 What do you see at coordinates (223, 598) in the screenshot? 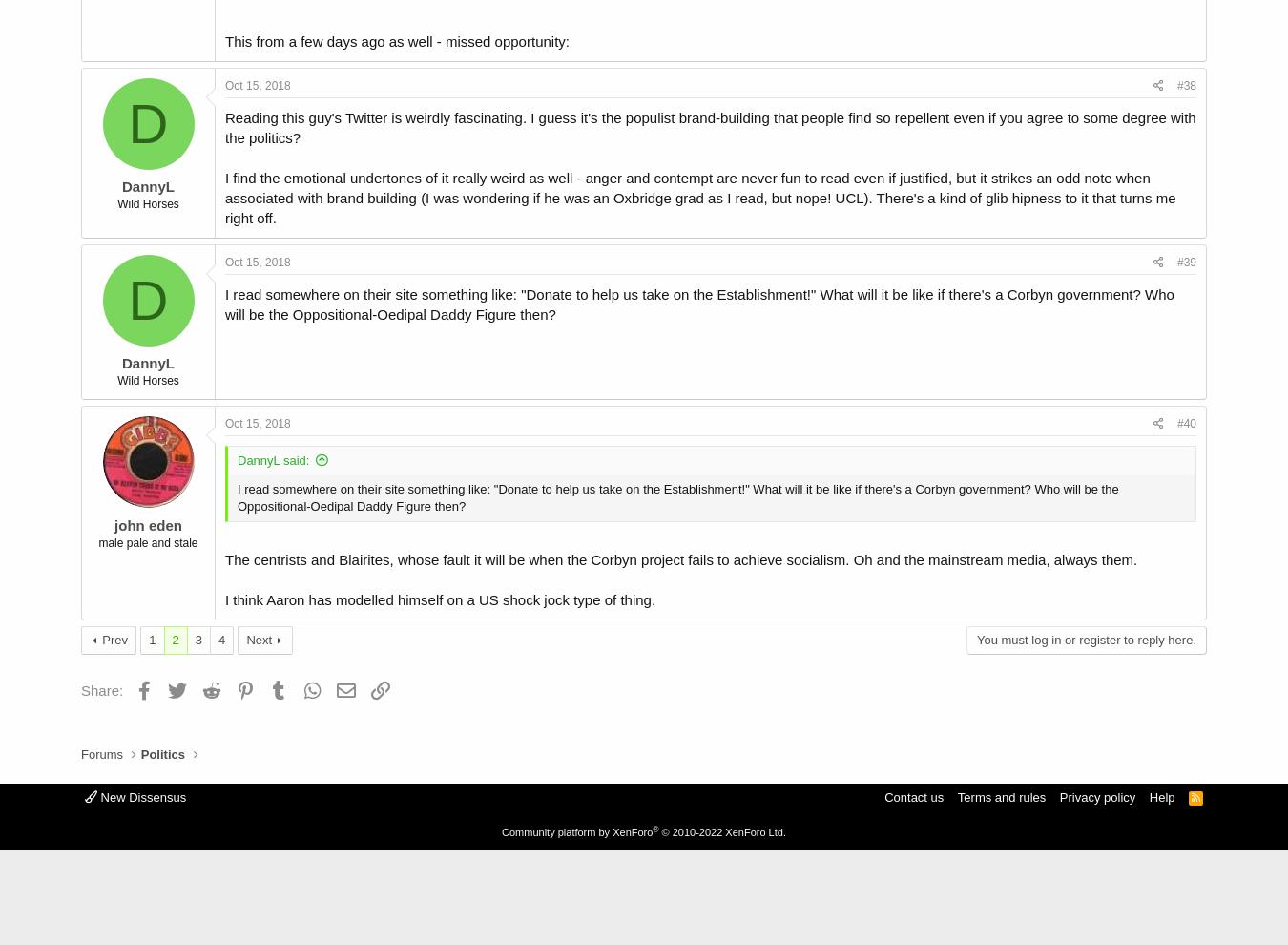
I see `'I think Aaron has modelled himself on a US shock jock type of thing.'` at bounding box center [223, 598].